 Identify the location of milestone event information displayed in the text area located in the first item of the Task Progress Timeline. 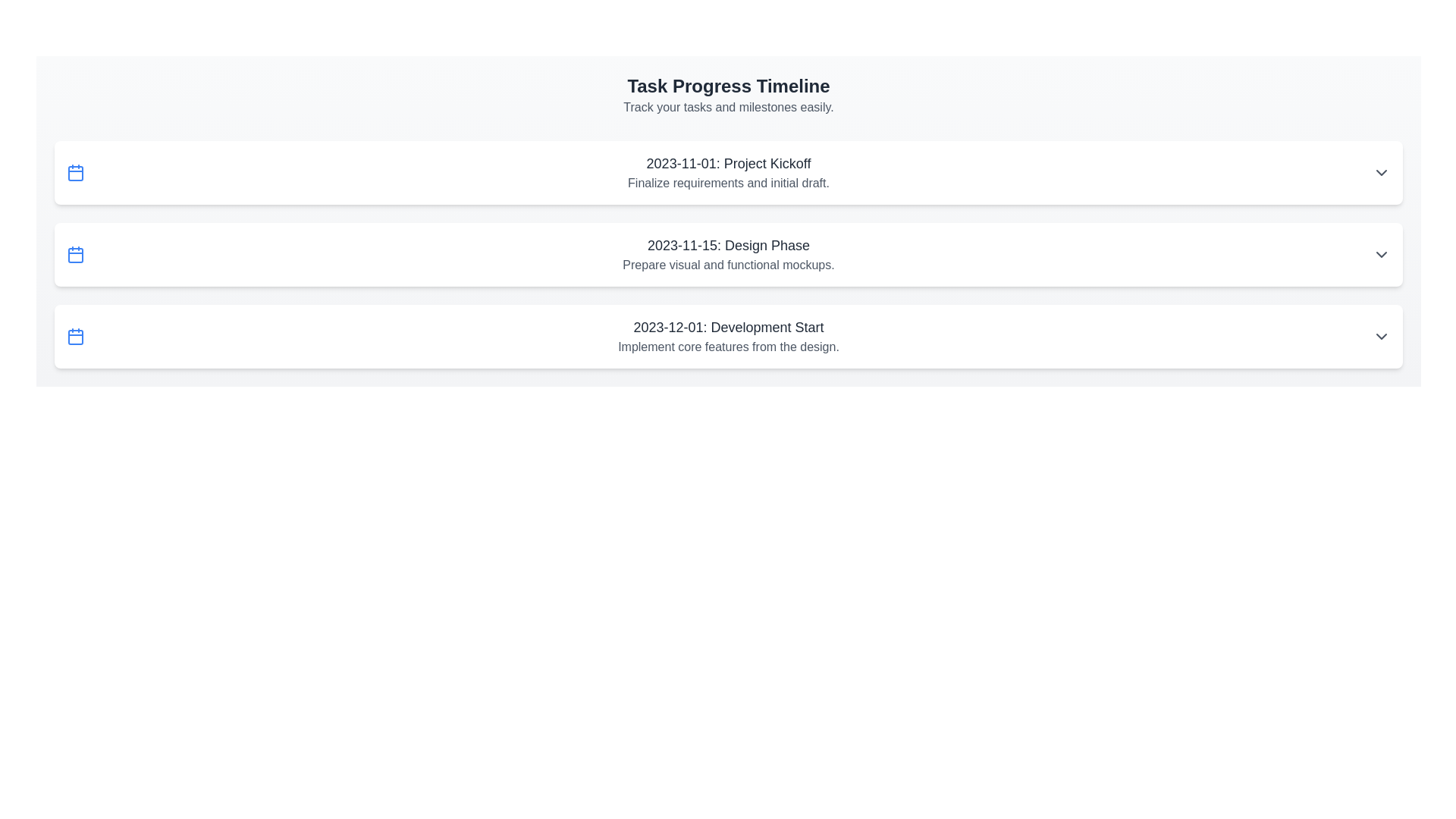
(728, 171).